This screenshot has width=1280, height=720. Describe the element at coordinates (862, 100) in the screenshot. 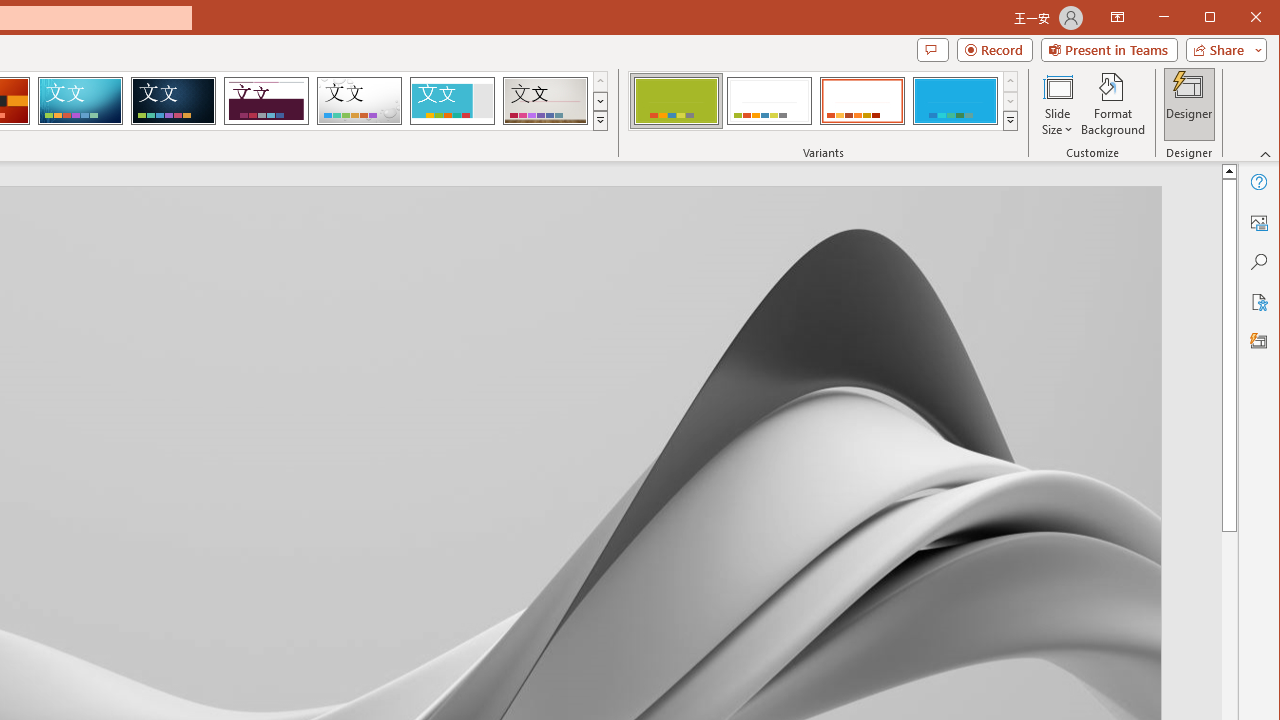

I see `'Basis Variant 3'` at that location.